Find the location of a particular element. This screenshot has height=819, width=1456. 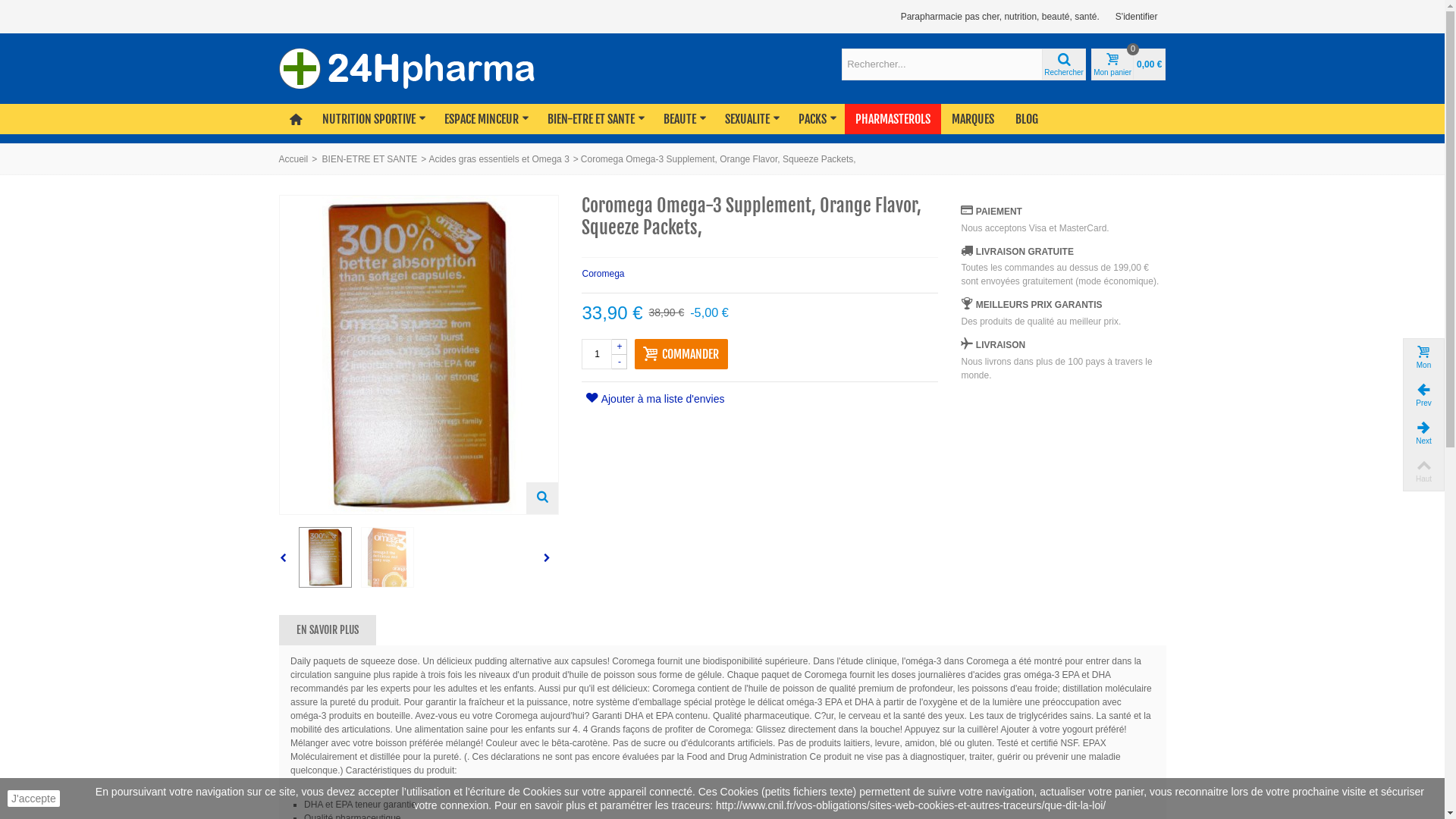

'MARQUES' is located at coordinates (972, 118).